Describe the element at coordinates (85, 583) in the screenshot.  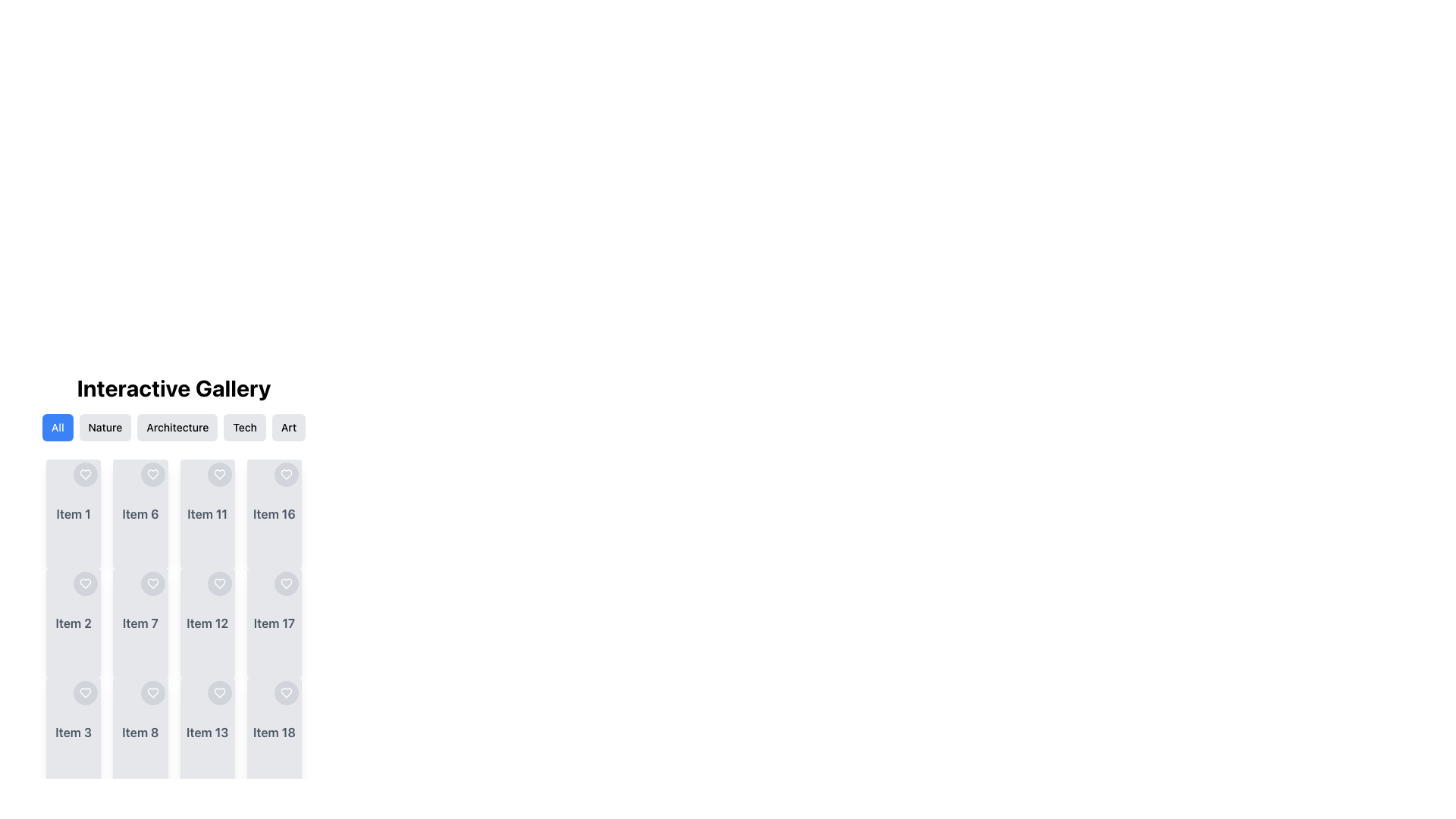
I see `the heart icon in the first column's second cell, which is associated with 'Item 2'` at that location.